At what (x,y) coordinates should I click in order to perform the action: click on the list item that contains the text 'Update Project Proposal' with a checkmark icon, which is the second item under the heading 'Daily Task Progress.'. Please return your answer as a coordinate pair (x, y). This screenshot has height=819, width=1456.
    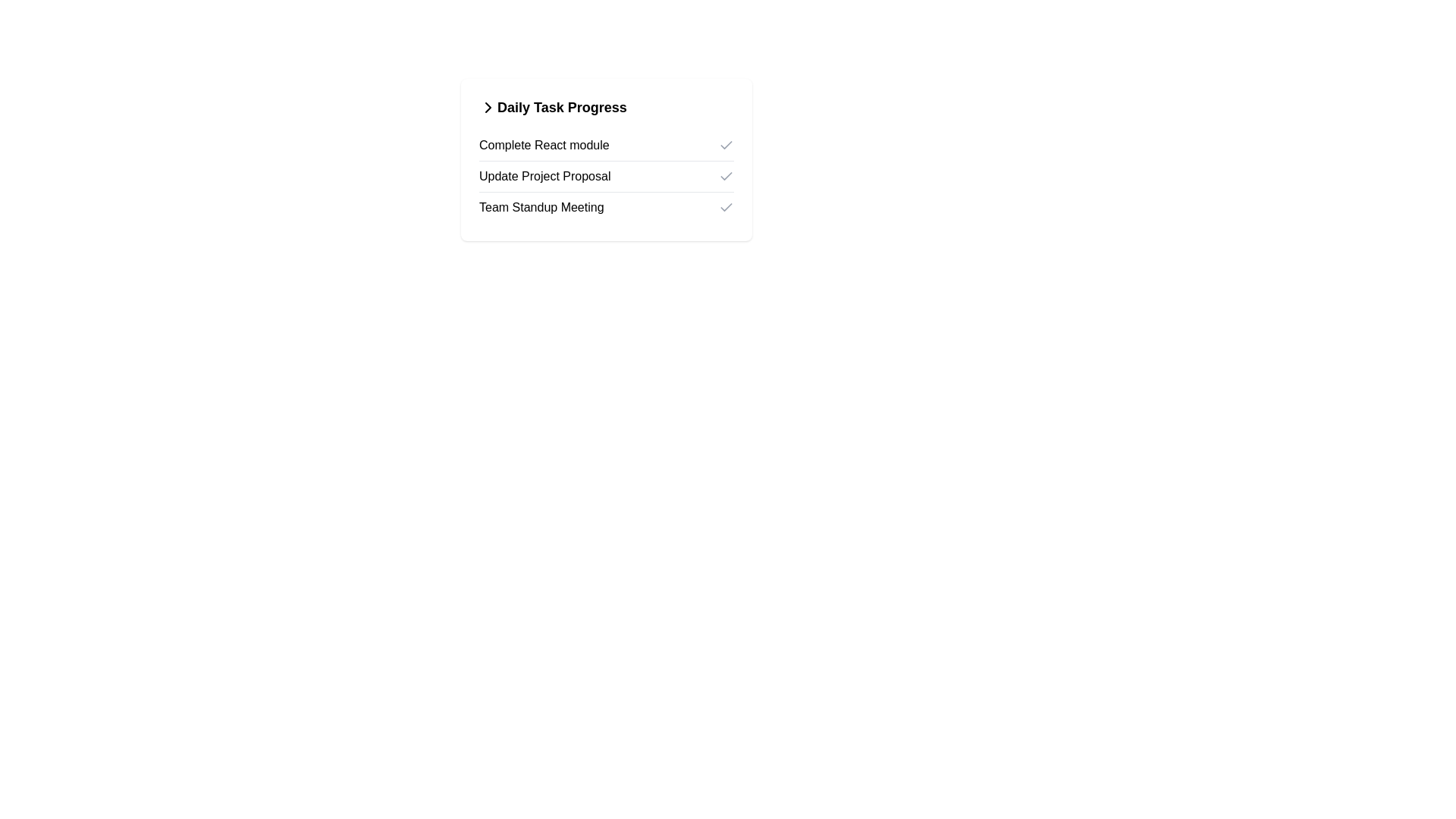
    Looking at the image, I should click on (607, 176).